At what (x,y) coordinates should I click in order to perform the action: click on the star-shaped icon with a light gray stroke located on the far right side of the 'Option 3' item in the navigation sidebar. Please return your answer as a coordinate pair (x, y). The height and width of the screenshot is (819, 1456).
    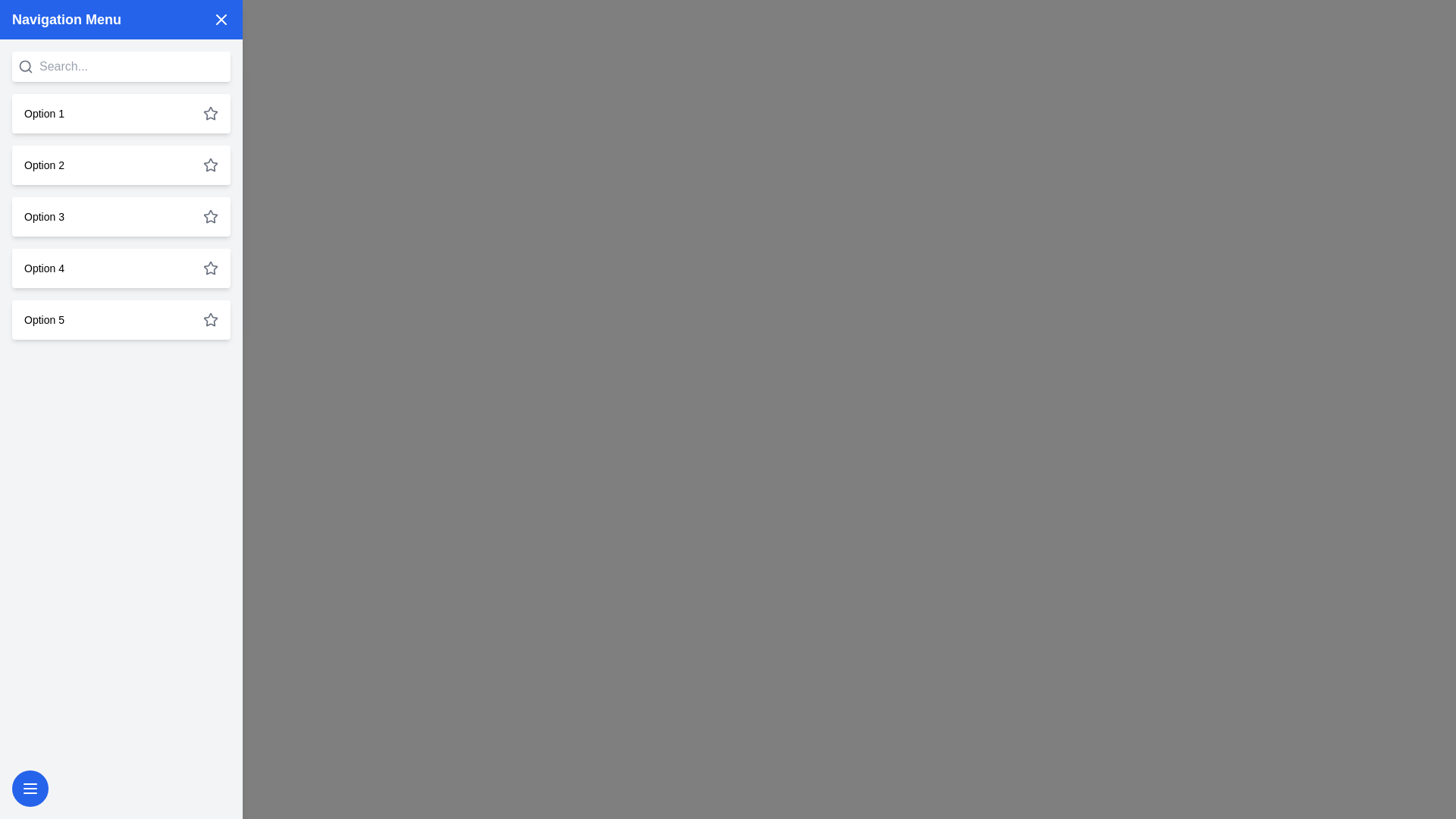
    Looking at the image, I should click on (210, 216).